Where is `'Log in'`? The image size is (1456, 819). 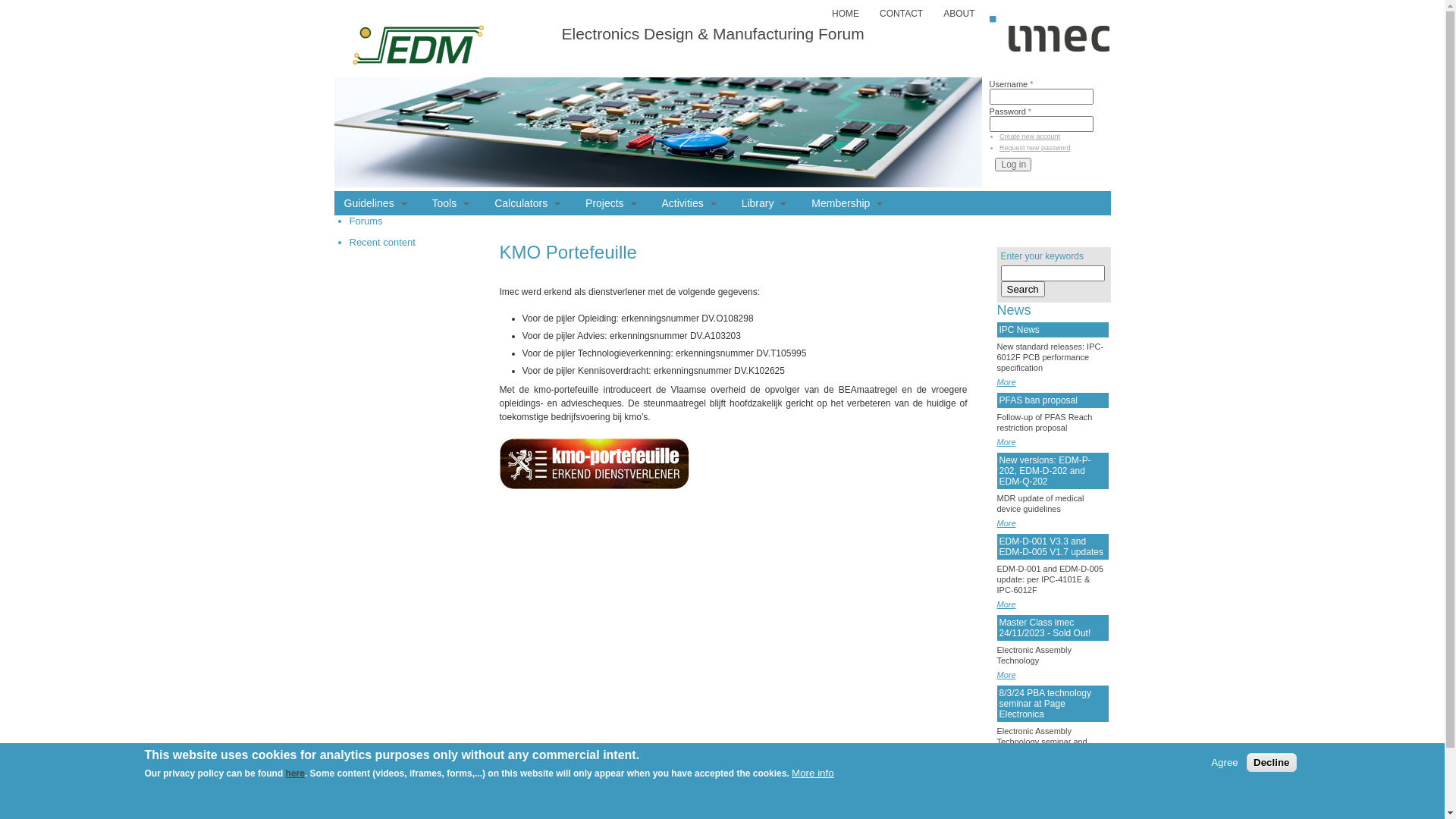 'Log in' is located at coordinates (1013, 164).